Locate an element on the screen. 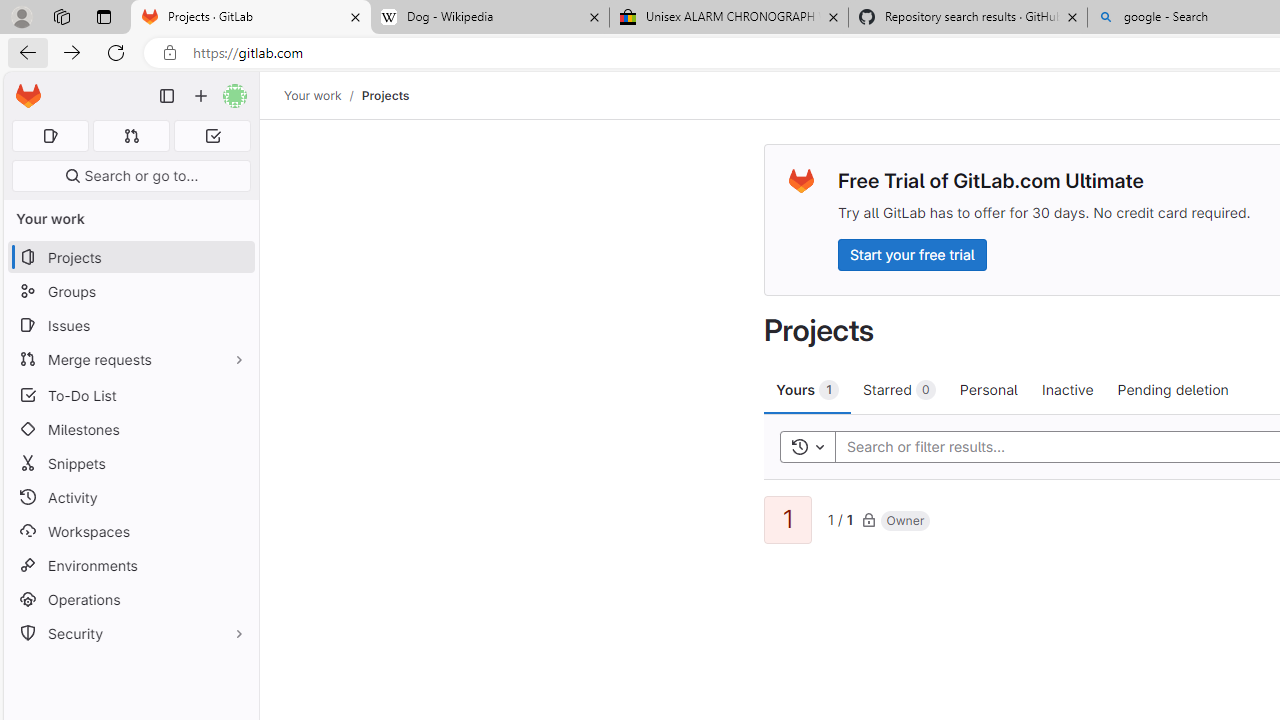 The height and width of the screenshot is (720, 1280). 'Your work' is located at coordinates (311, 95).